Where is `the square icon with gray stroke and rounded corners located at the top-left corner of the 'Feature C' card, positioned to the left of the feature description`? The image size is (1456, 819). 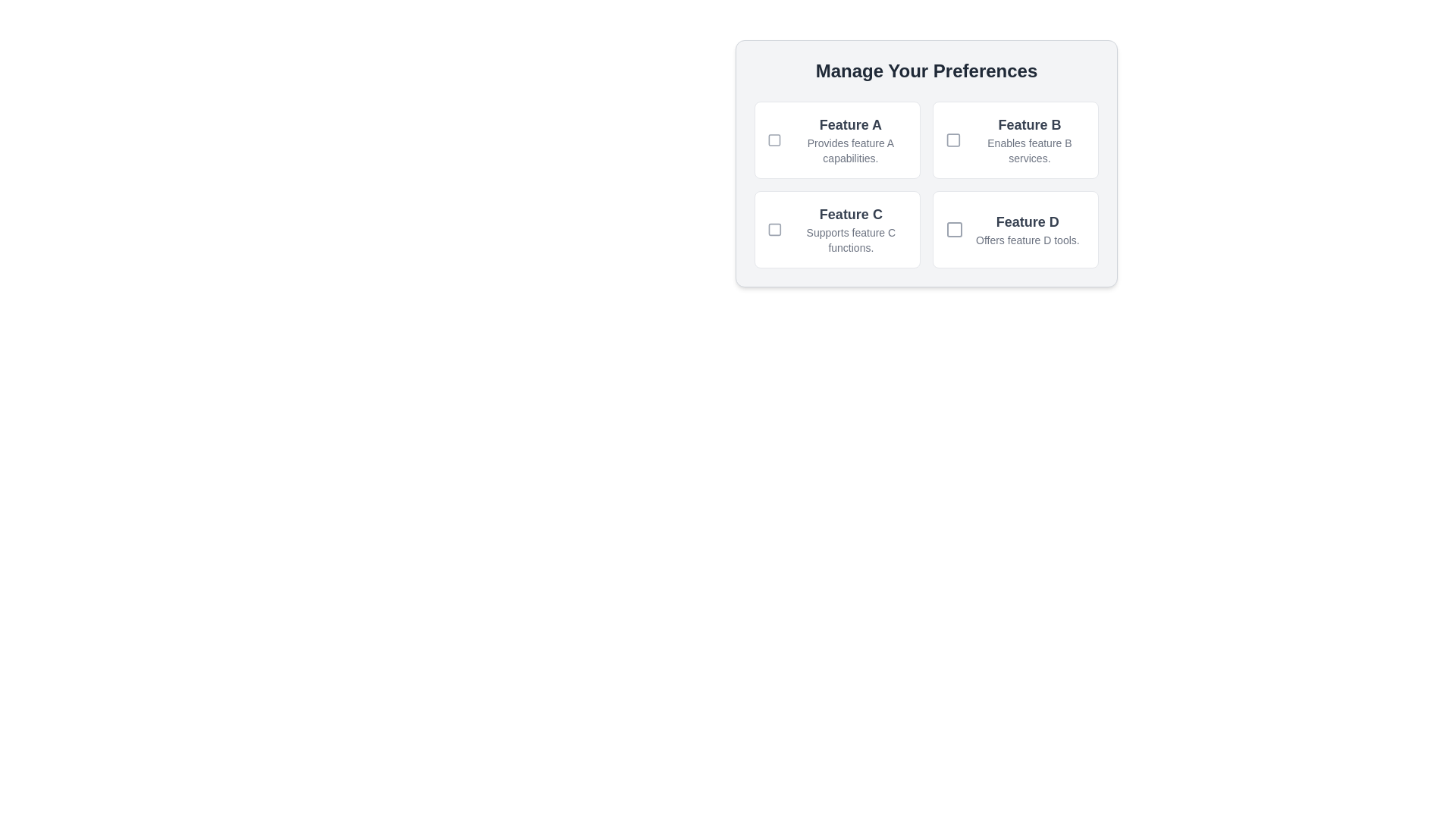 the square icon with gray stroke and rounded corners located at the top-left corner of the 'Feature C' card, positioned to the left of the feature description is located at coordinates (774, 230).